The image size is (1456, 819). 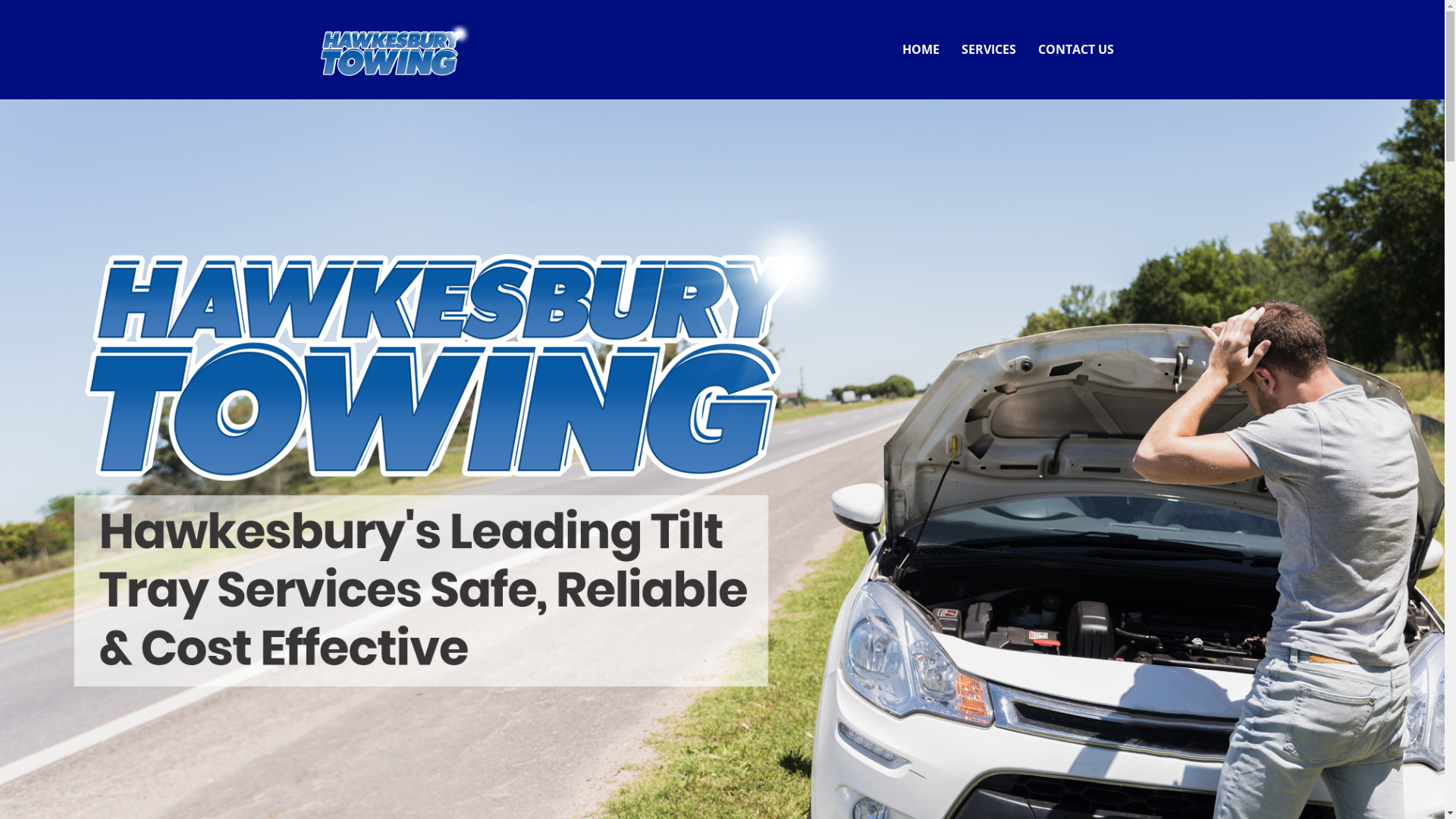 What do you see at coordinates (1075, 49) in the screenshot?
I see `'CONTACT US'` at bounding box center [1075, 49].